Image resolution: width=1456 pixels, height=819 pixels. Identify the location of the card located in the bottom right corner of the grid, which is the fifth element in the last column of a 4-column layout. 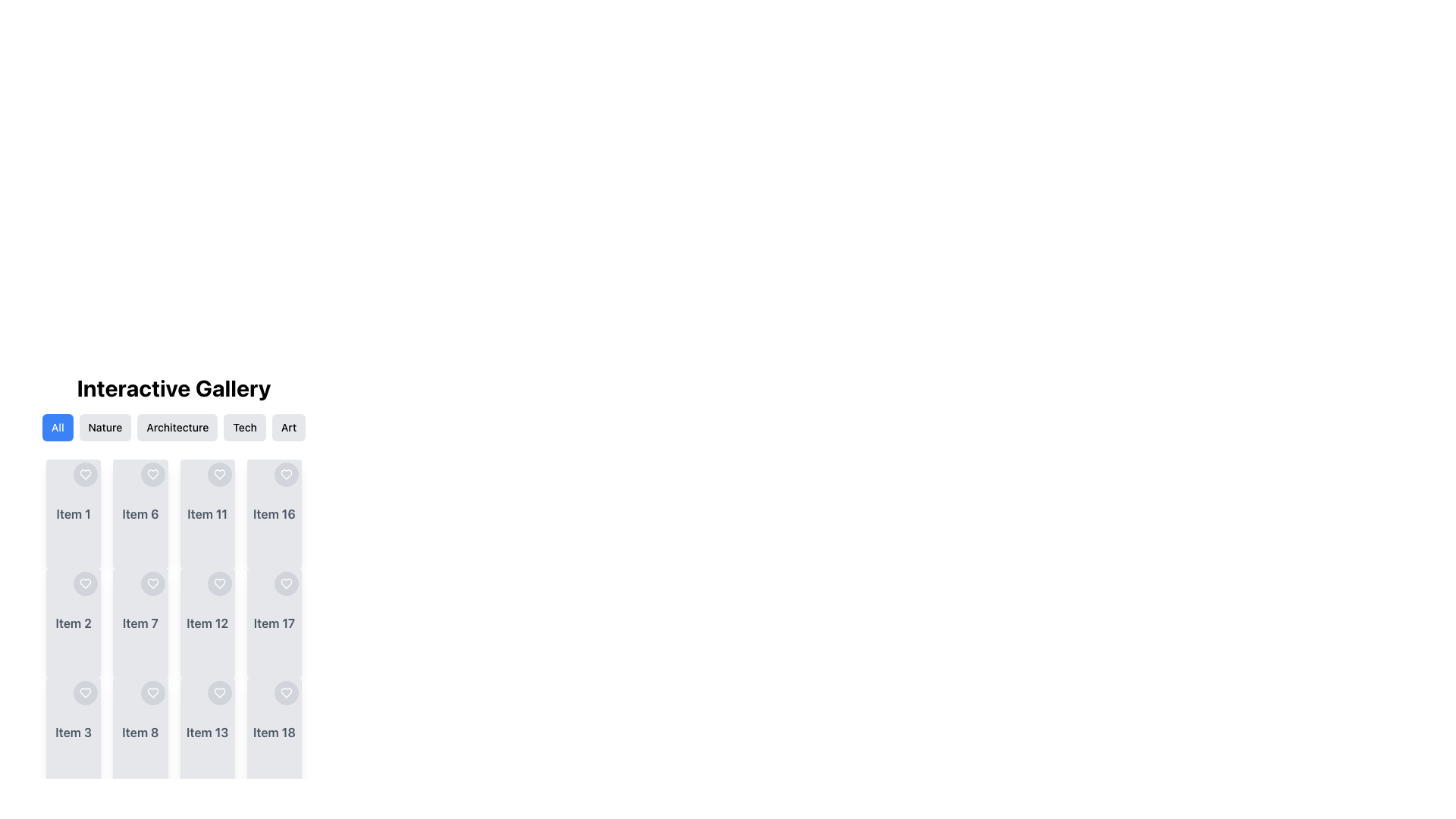
(274, 623).